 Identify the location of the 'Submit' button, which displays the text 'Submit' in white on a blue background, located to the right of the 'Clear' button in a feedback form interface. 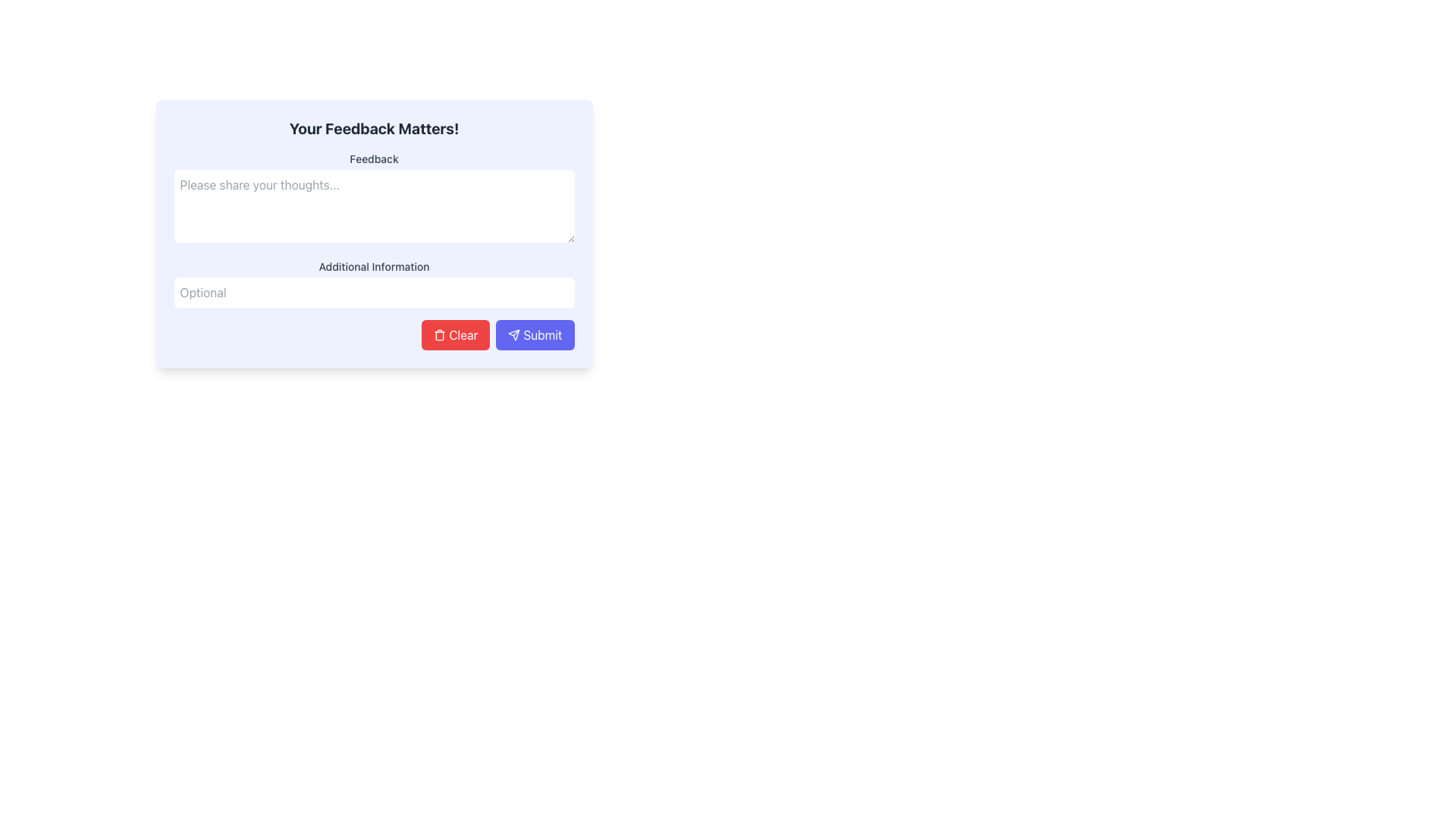
(542, 334).